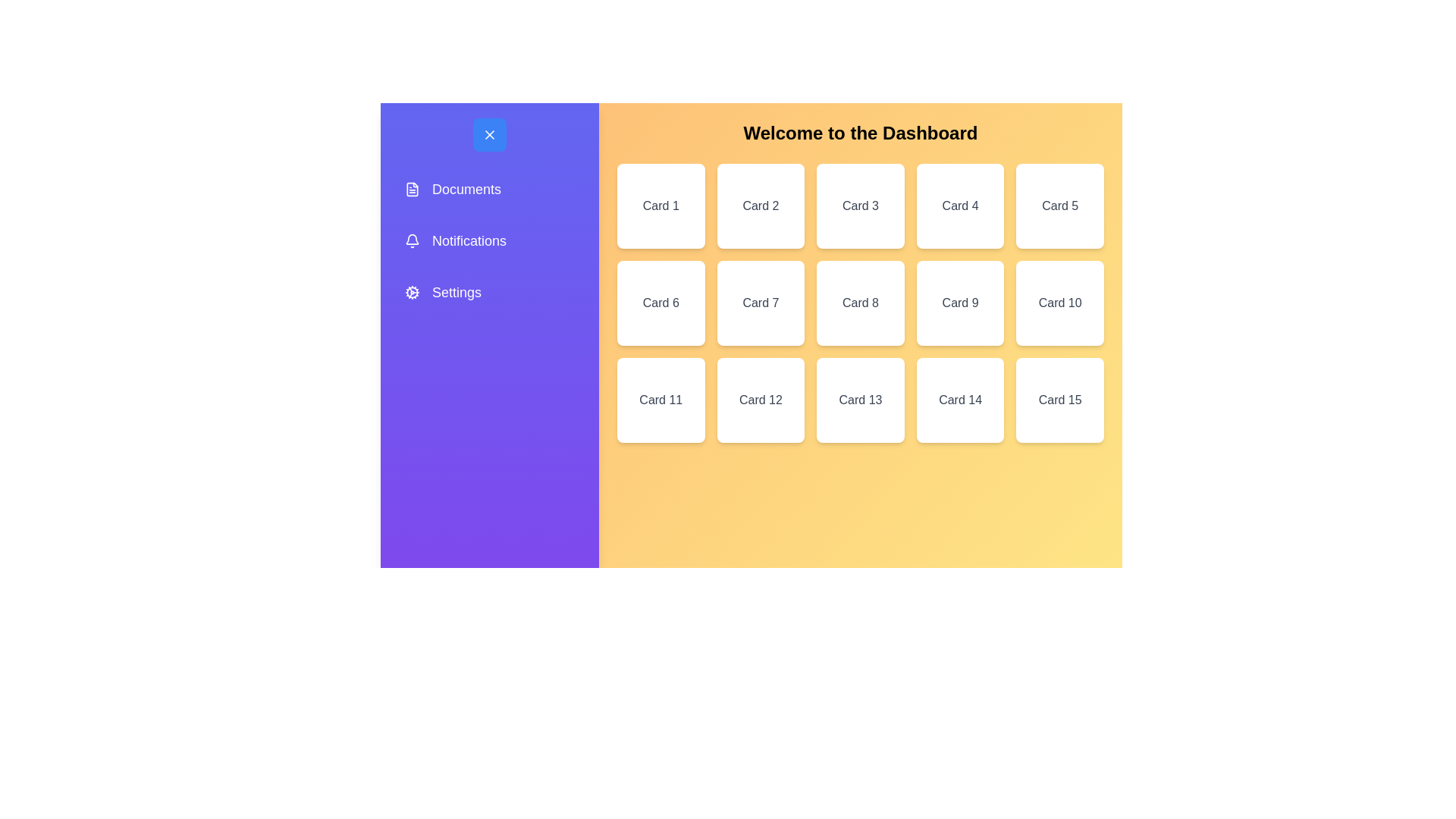 This screenshot has height=819, width=1456. What do you see at coordinates (490, 240) in the screenshot?
I see `the menu option Notifications from the sidebar` at bounding box center [490, 240].